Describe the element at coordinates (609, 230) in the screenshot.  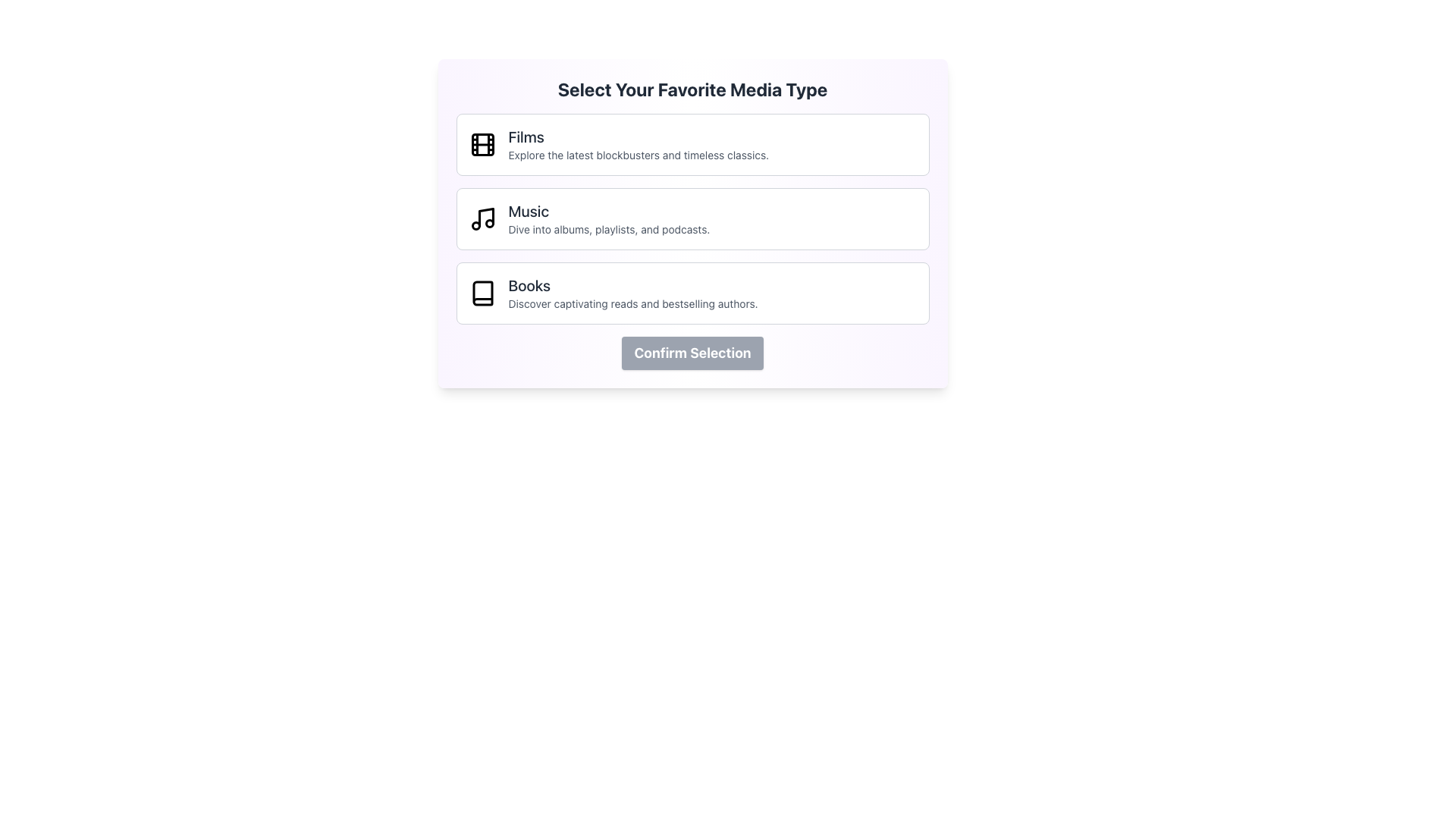
I see `text label that says 'Dive into albums, playlists, and podcasts.' which is positioned below the 'Music' heading in the vertical menu` at that location.